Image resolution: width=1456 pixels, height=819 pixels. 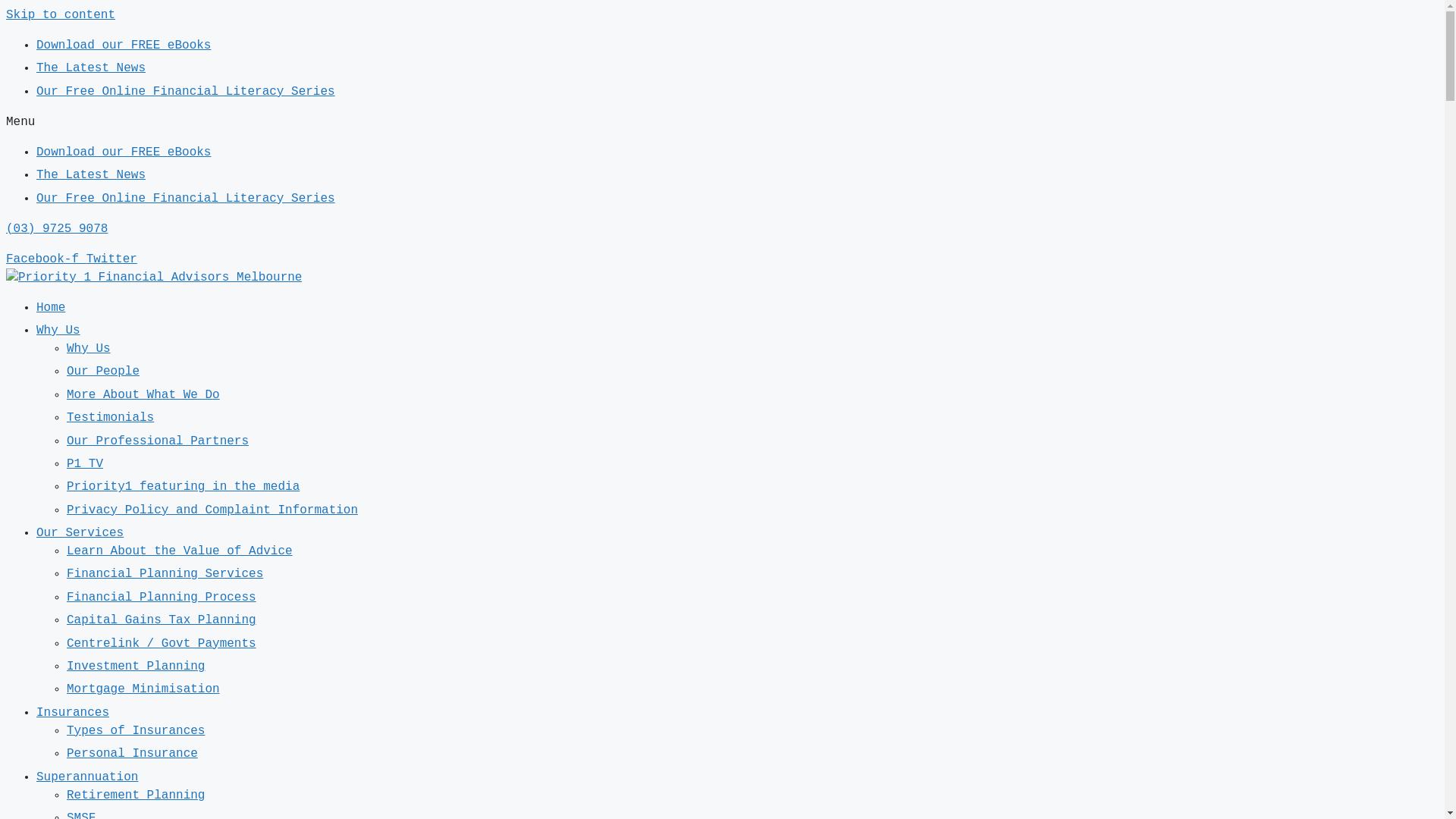 I want to click on 'Centrelink / Govt Payments', so click(x=65, y=643).